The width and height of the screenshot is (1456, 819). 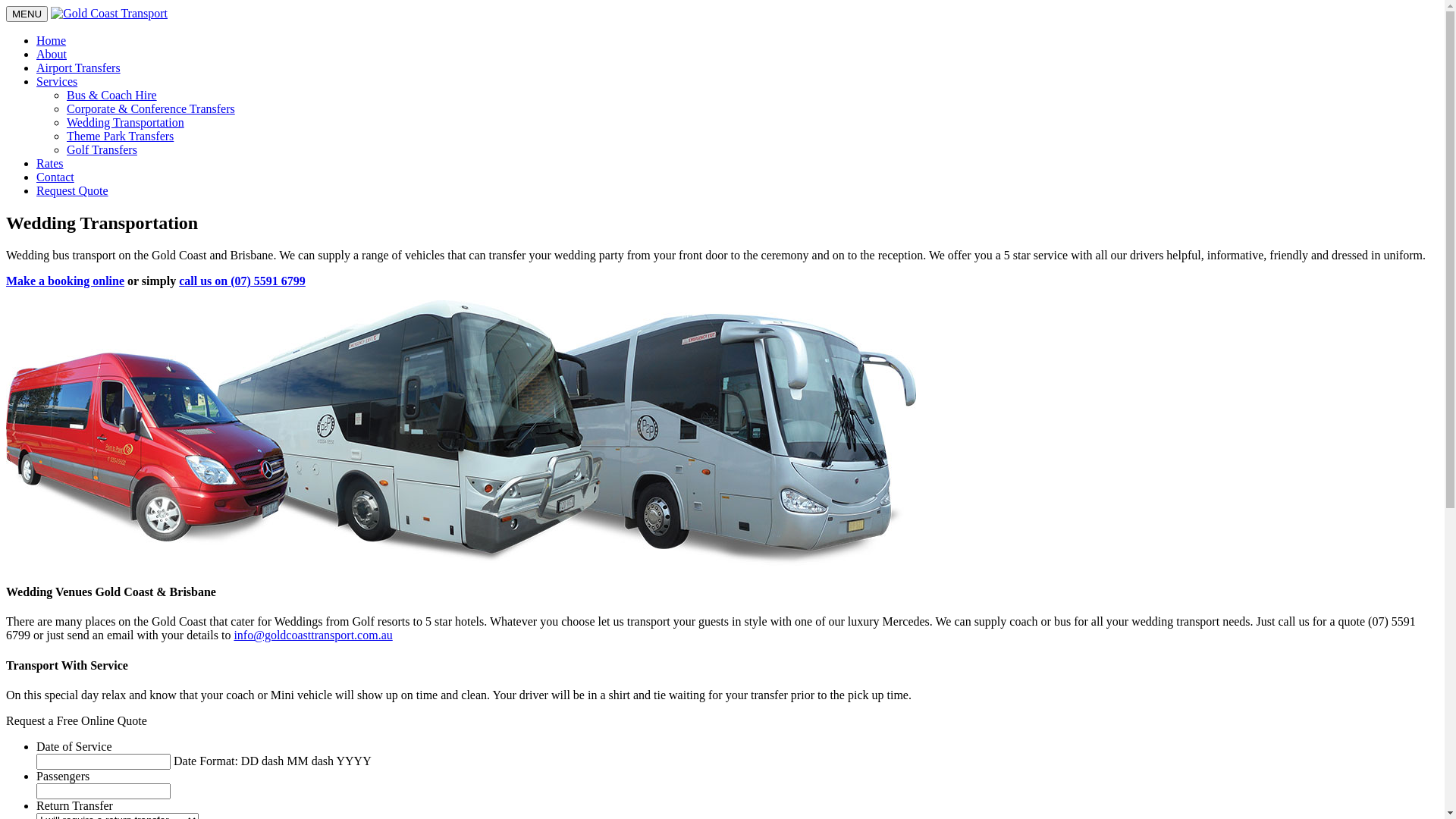 What do you see at coordinates (50, 163) in the screenshot?
I see `'Rates'` at bounding box center [50, 163].